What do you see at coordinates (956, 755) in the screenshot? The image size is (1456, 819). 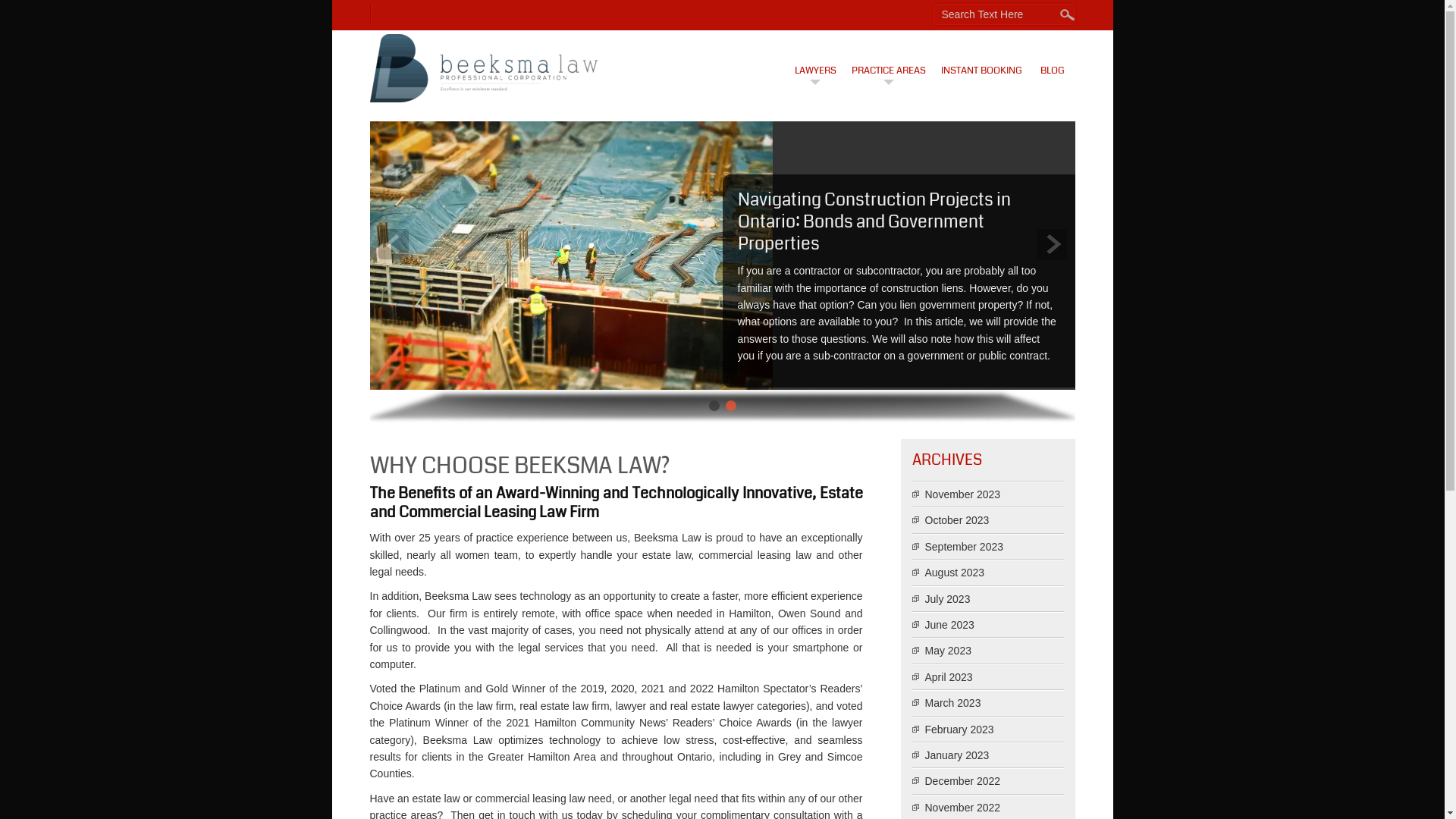 I see `'January 2023'` at bounding box center [956, 755].